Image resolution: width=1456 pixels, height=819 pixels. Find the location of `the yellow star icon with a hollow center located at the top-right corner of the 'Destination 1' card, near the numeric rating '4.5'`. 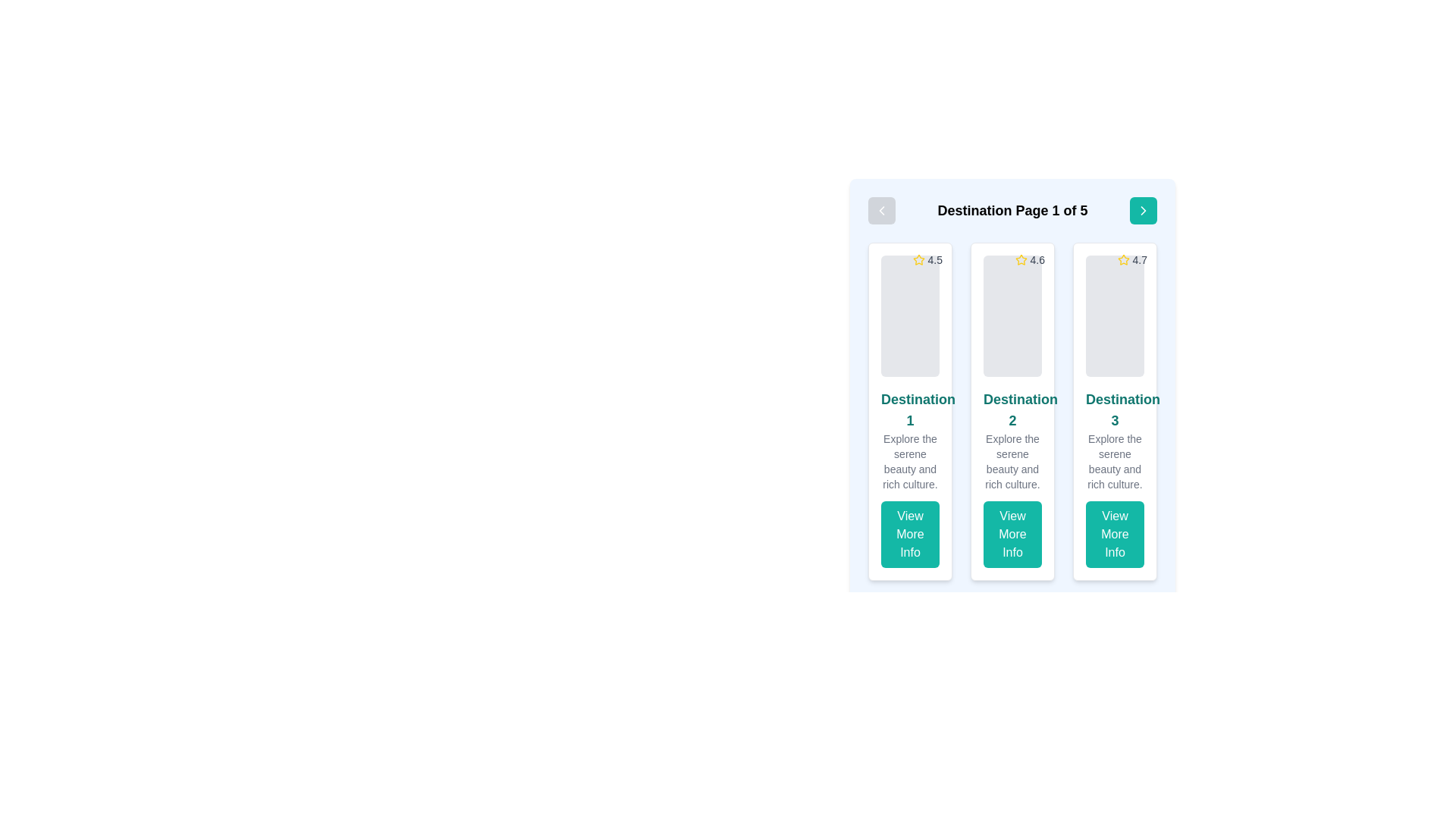

the yellow star icon with a hollow center located at the top-right corner of the 'Destination 1' card, near the numeric rating '4.5' is located at coordinates (918, 259).